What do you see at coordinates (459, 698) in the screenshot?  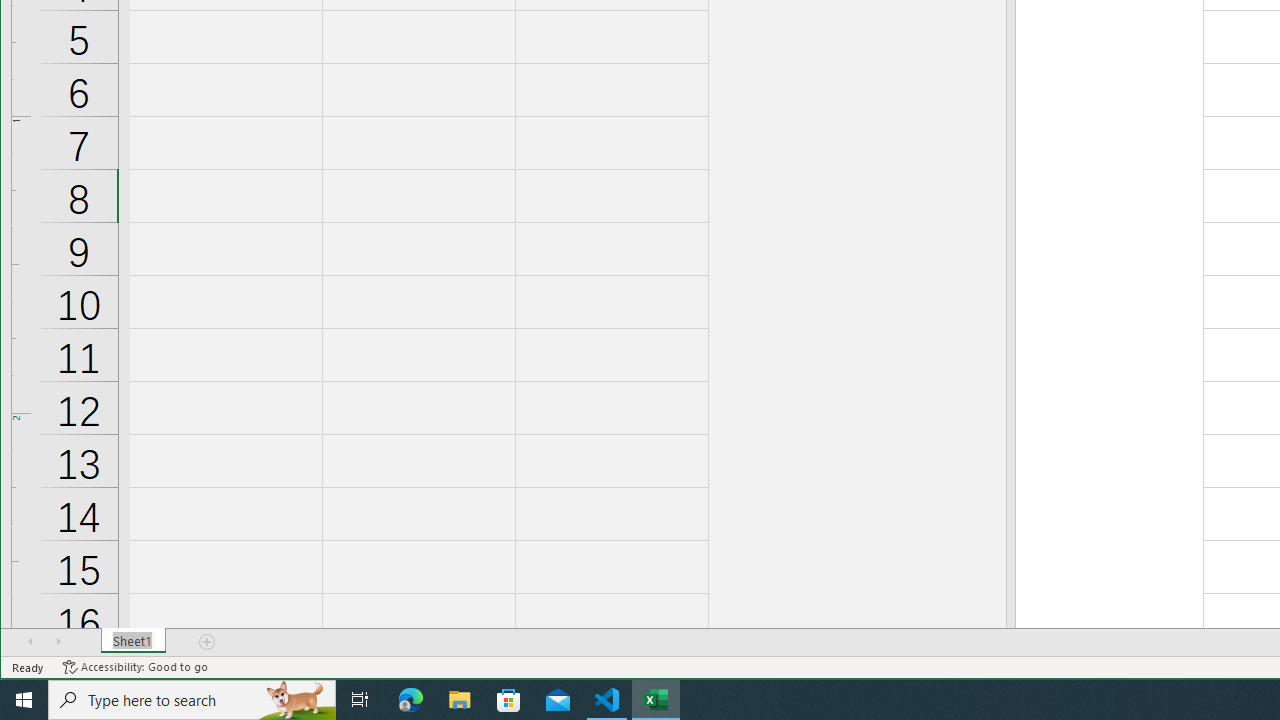 I see `'File Explorer'` at bounding box center [459, 698].